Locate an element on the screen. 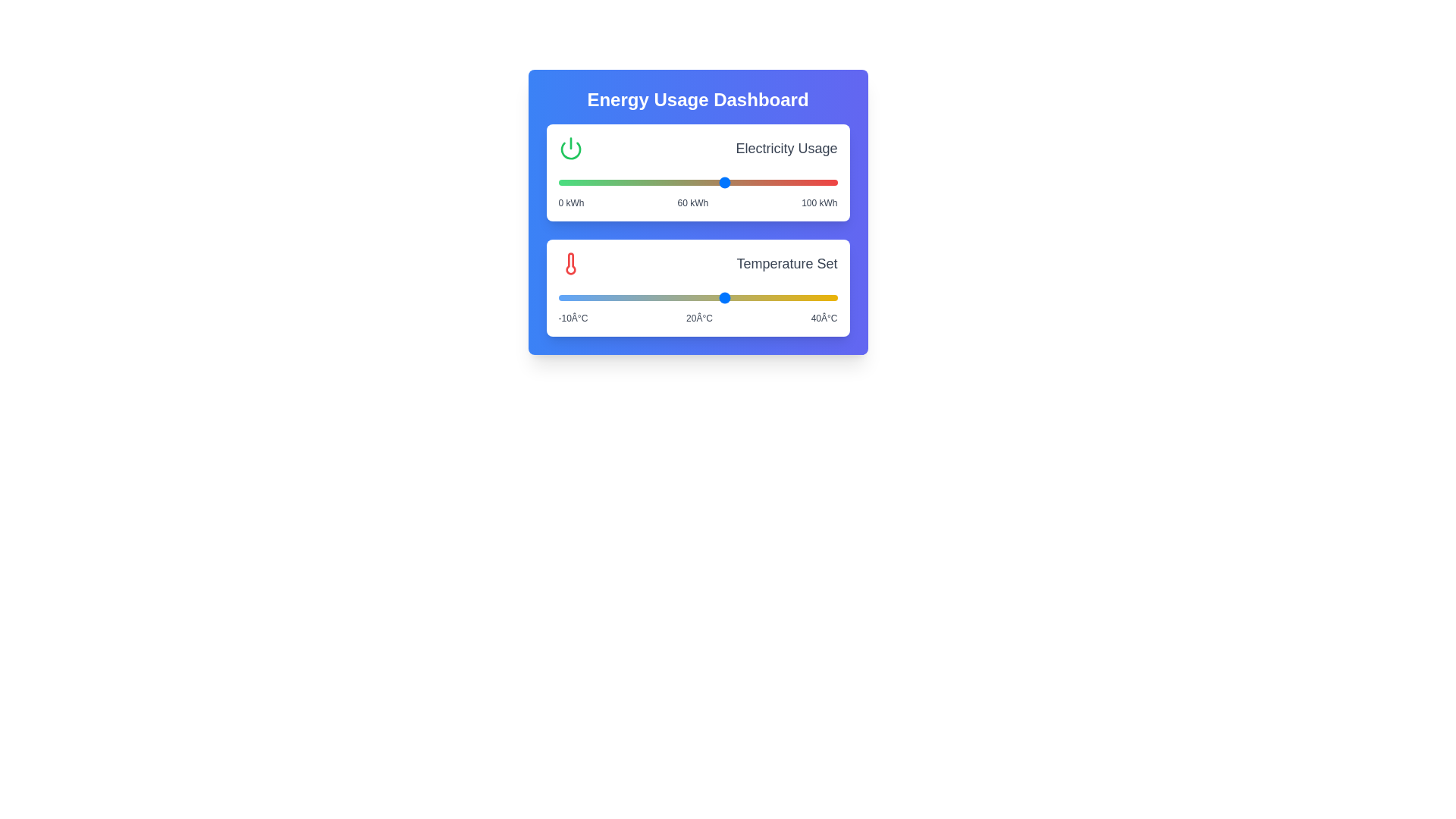 The width and height of the screenshot is (1456, 819). the electricity usage slider to 71 kWh is located at coordinates (756, 181).